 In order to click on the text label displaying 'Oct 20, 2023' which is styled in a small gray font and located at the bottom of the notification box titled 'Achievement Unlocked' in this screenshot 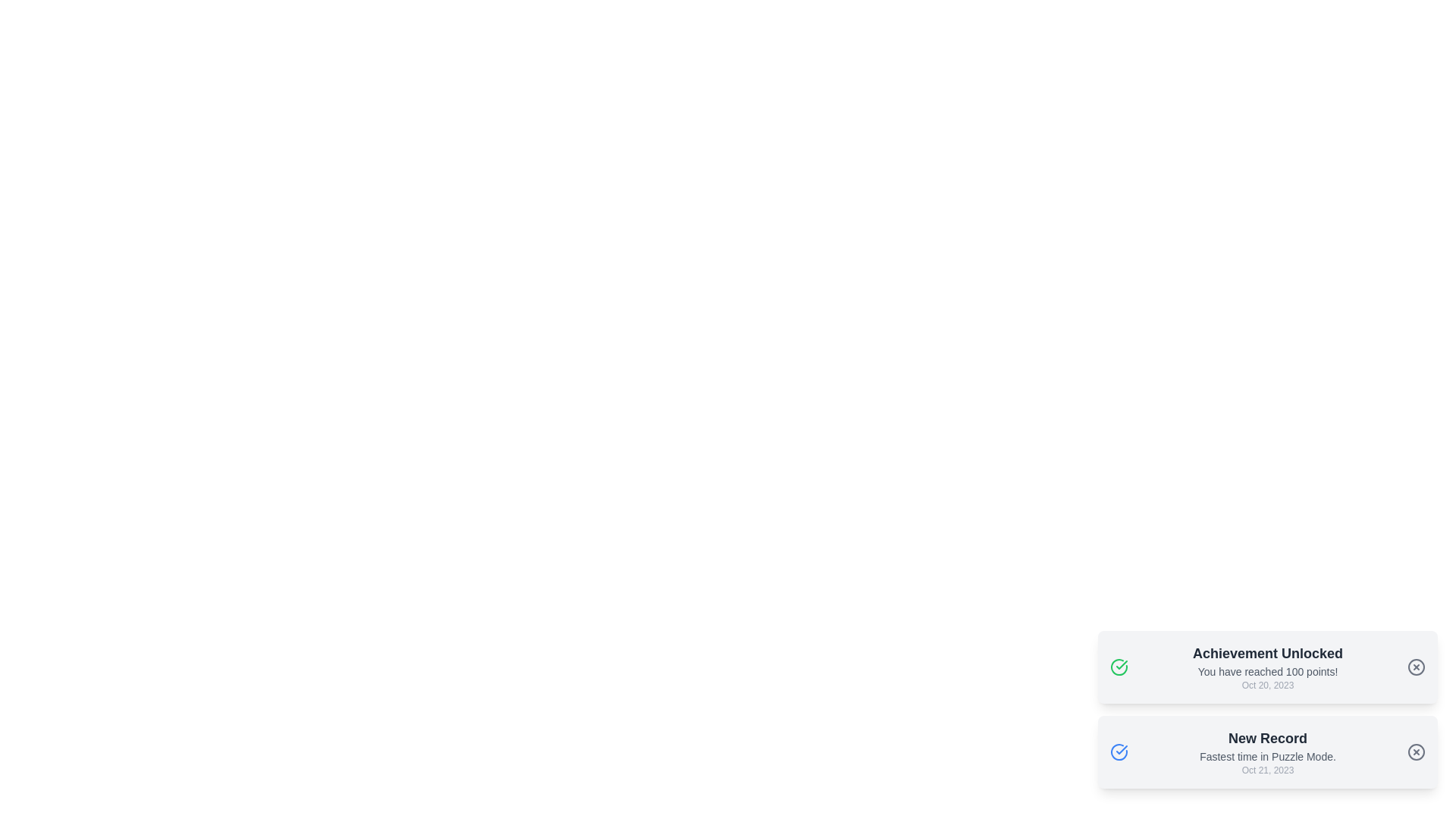, I will do `click(1267, 685)`.